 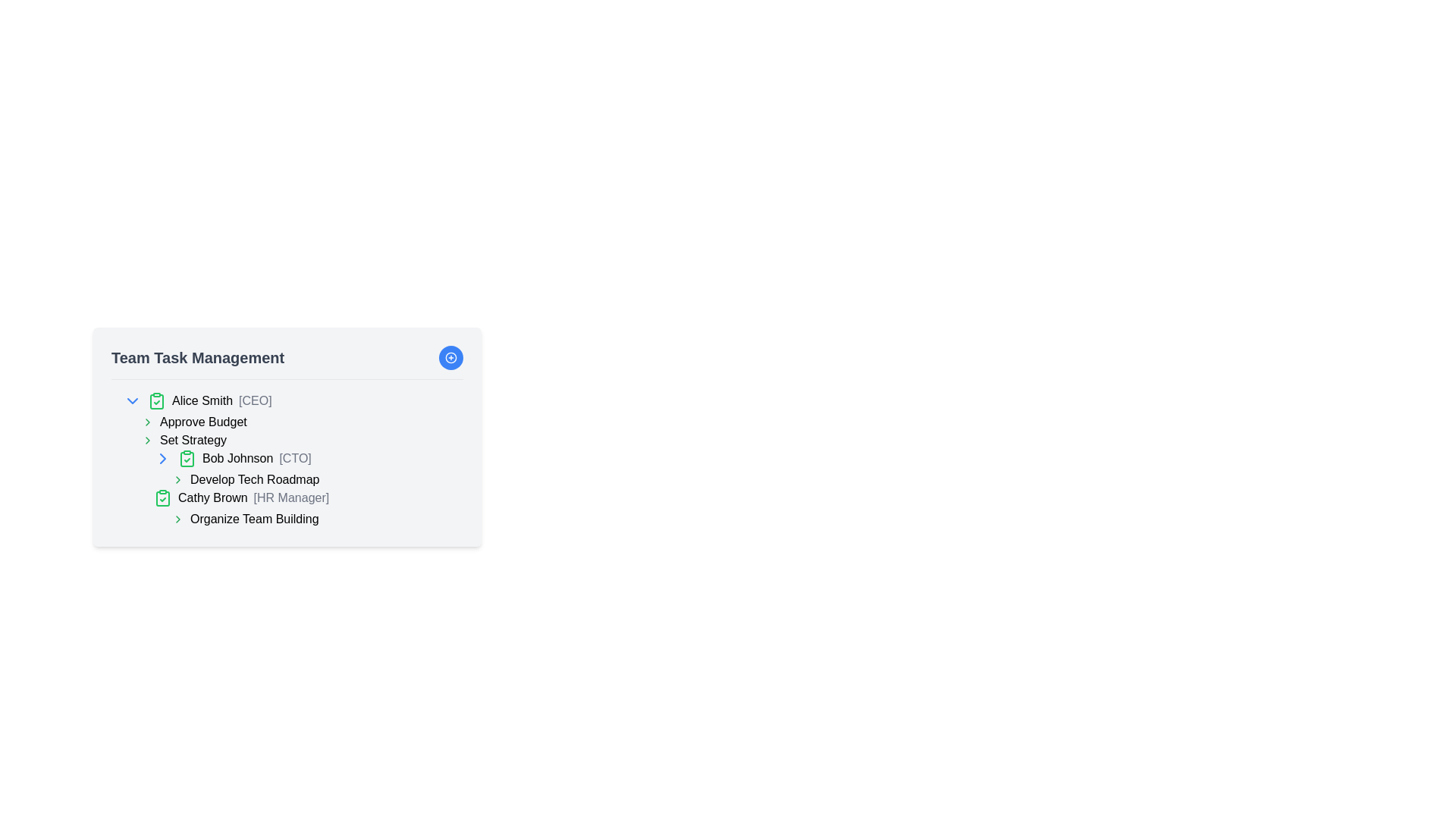 What do you see at coordinates (132, 400) in the screenshot?
I see `the chevron button located to the left of 'Alice Smith [CEO]'` at bounding box center [132, 400].